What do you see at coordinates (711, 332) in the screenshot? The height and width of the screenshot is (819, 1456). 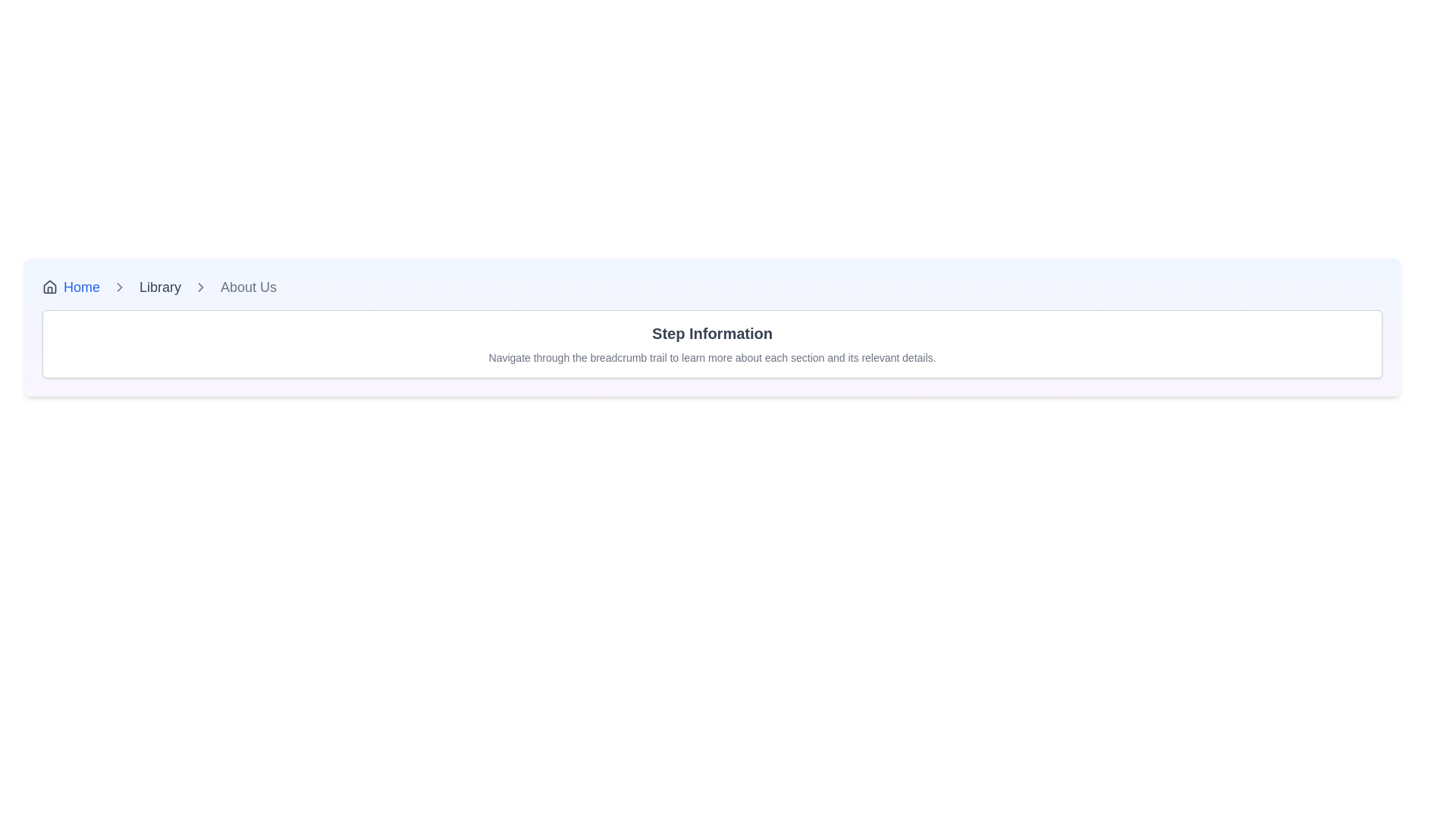 I see `text-based heading that serves as the title of the section, which reads 'Step Information', located at the center of the content block` at bounding box center [711, 332].